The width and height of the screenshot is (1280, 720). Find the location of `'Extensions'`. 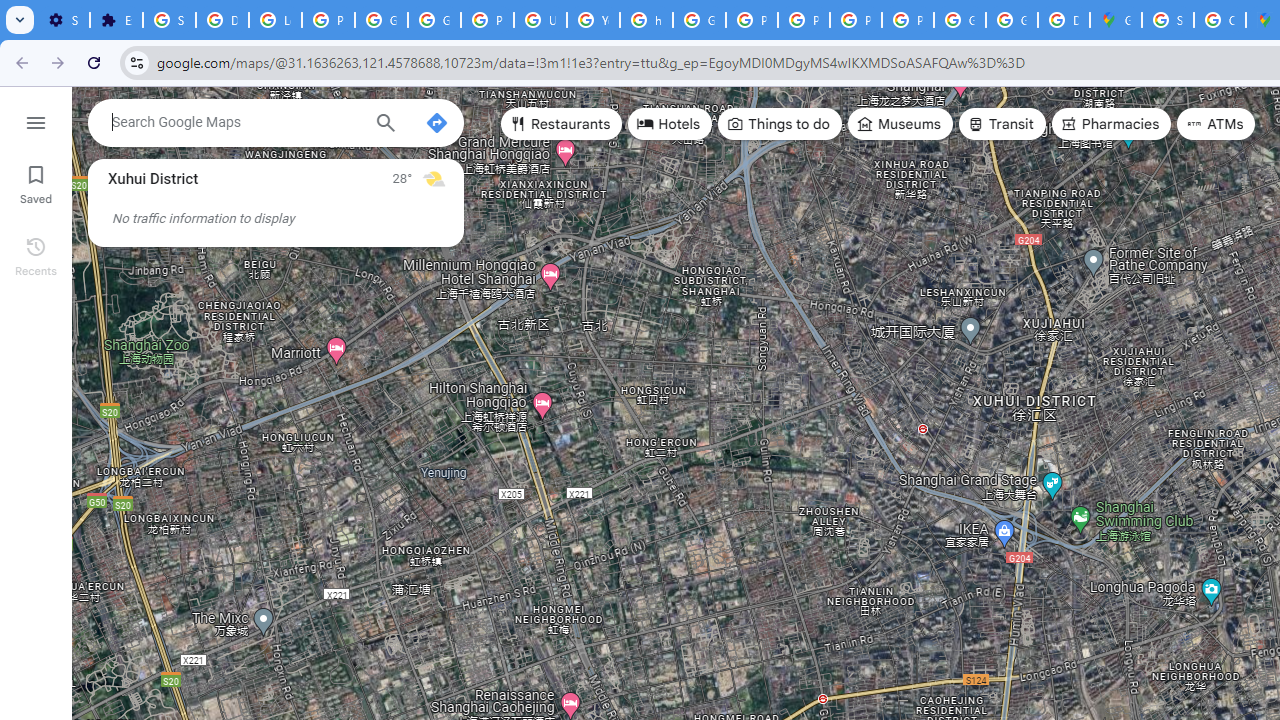

'Extensions' is located at coordinates (115, 20).